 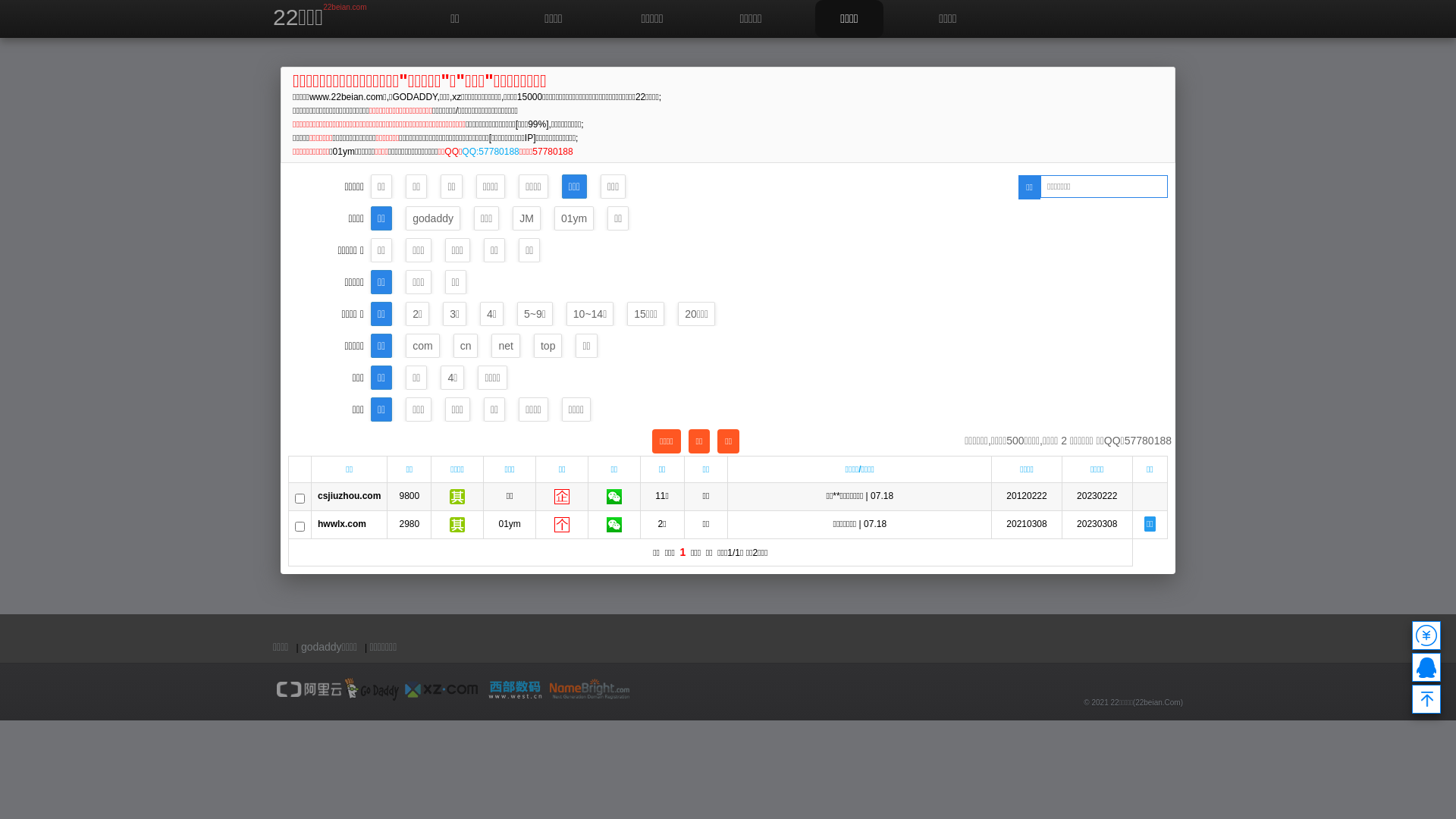 I want to click on 'com', so click(x=422, y=345).